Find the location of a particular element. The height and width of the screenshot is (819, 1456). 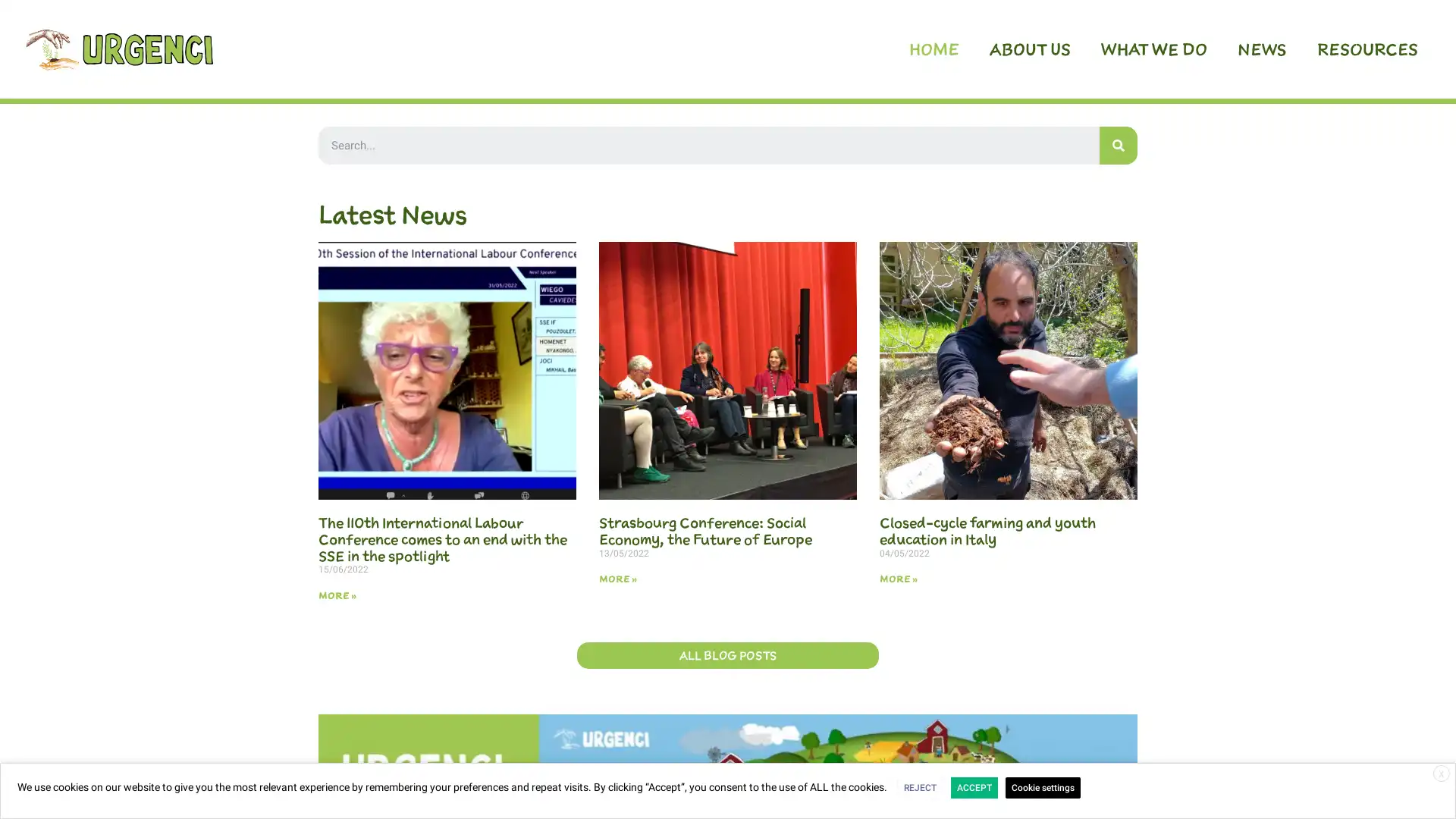

Search is located at coordinates (1118, 146).